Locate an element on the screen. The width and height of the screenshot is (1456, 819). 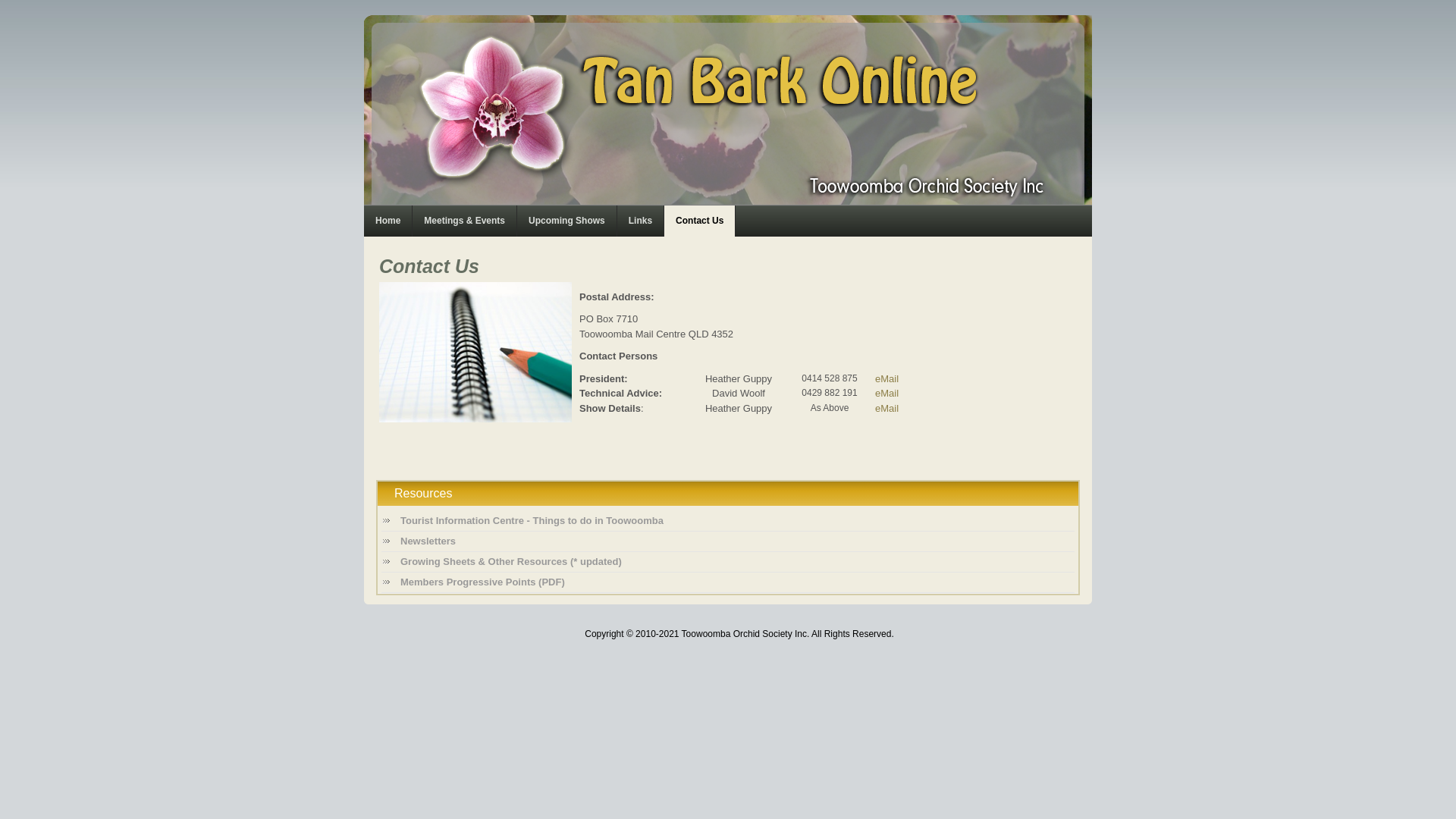
'Contact Us' is located at coordinates (698, 221).